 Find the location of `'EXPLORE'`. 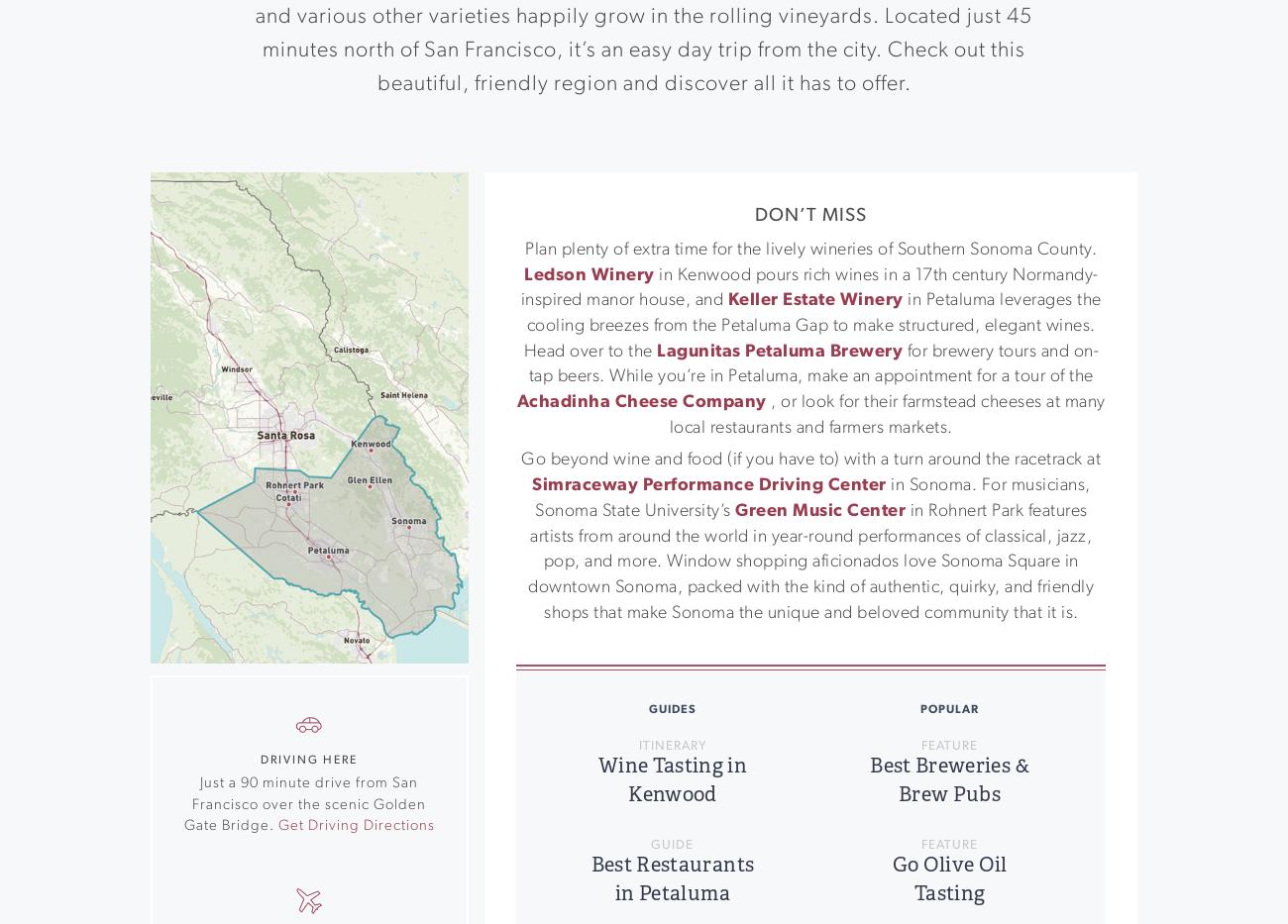

'EXPLORE' is located at coordinates (361, 785).